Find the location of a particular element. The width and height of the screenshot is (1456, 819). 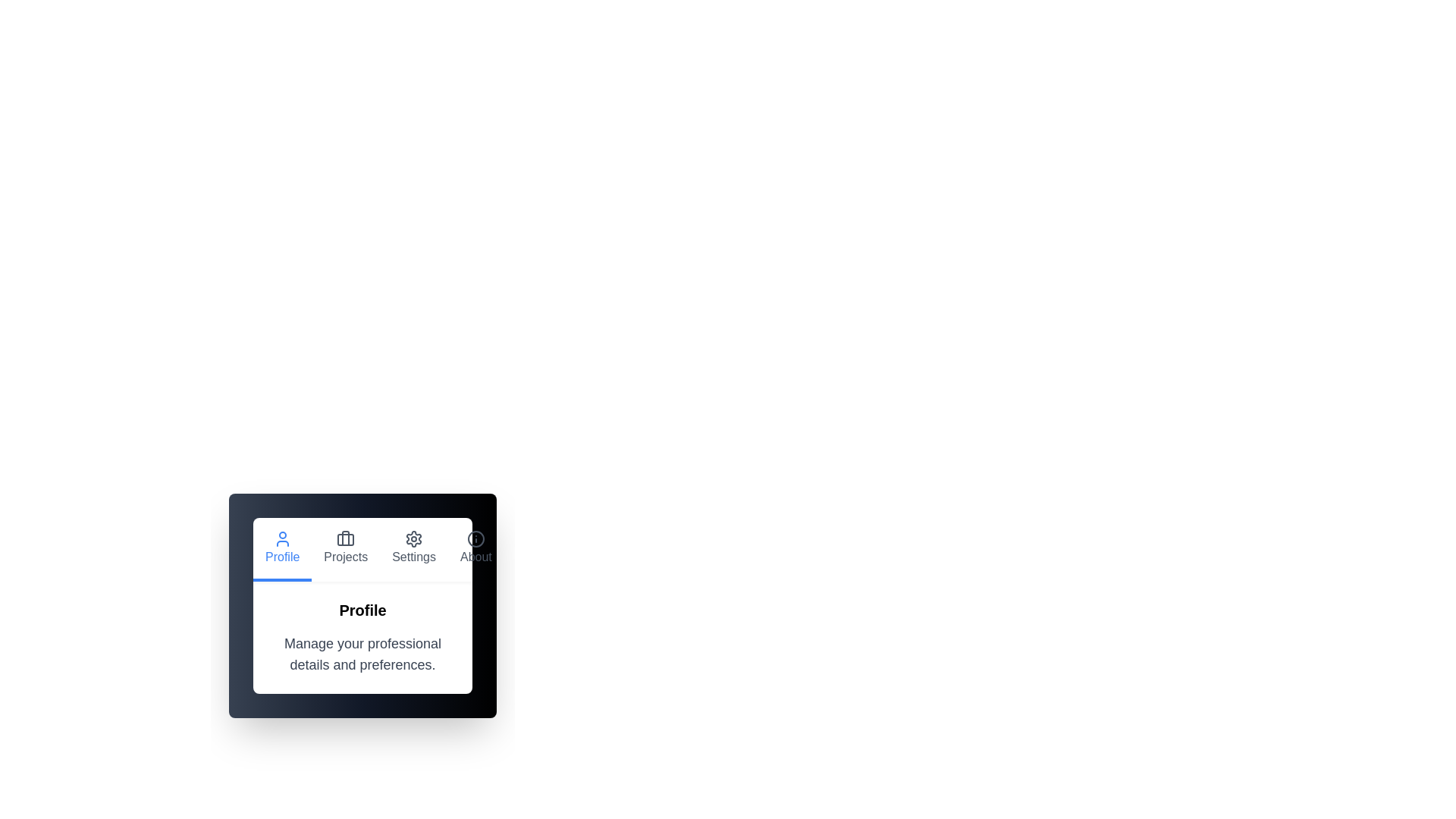

the tab button labeled Settings is located at coordinates (414, 550).